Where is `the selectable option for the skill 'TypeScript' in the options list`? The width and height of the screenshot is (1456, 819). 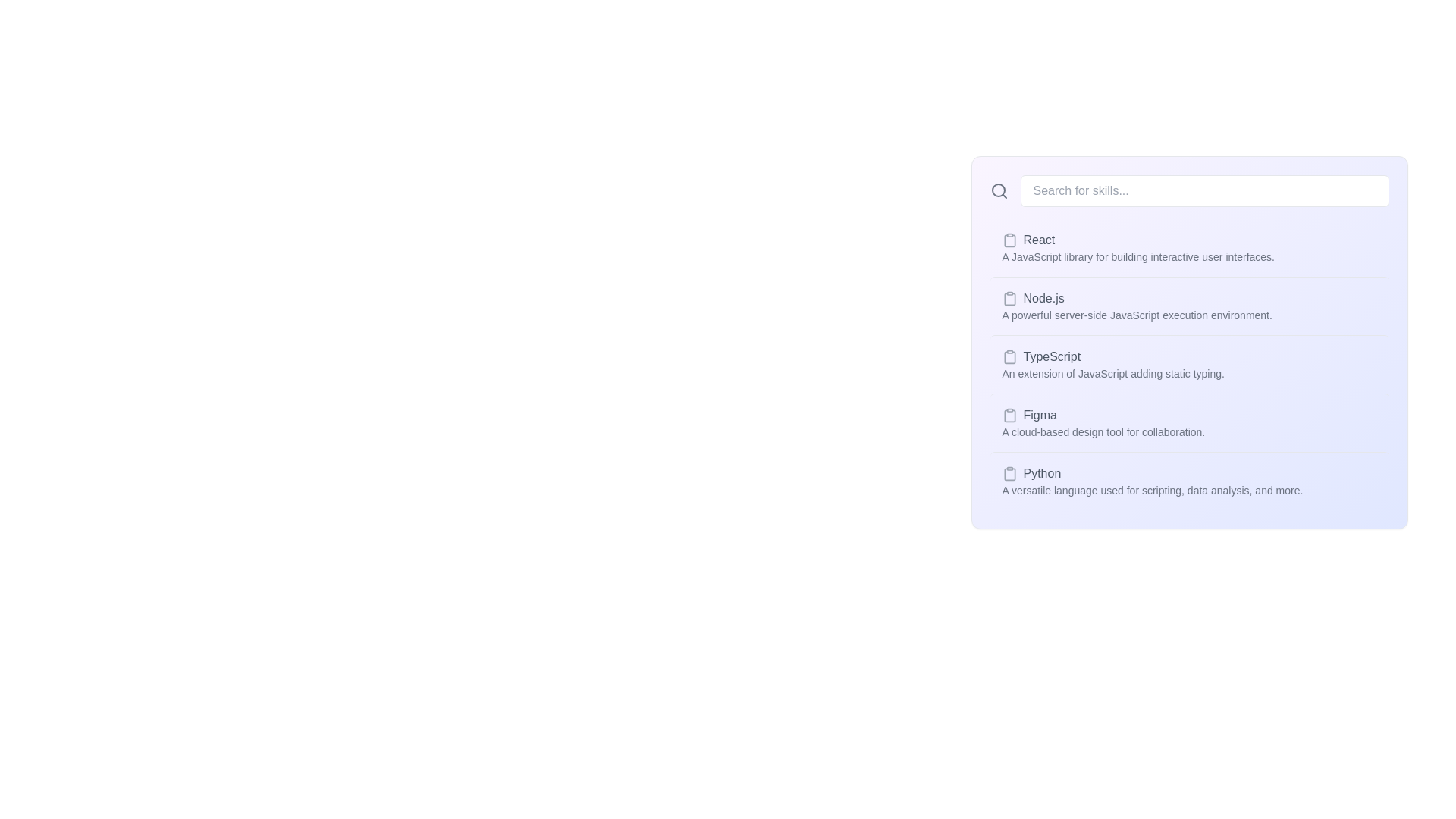 the selectable option for the skill 'TypeScript' in the options list is located at coordinates (1188, 364).